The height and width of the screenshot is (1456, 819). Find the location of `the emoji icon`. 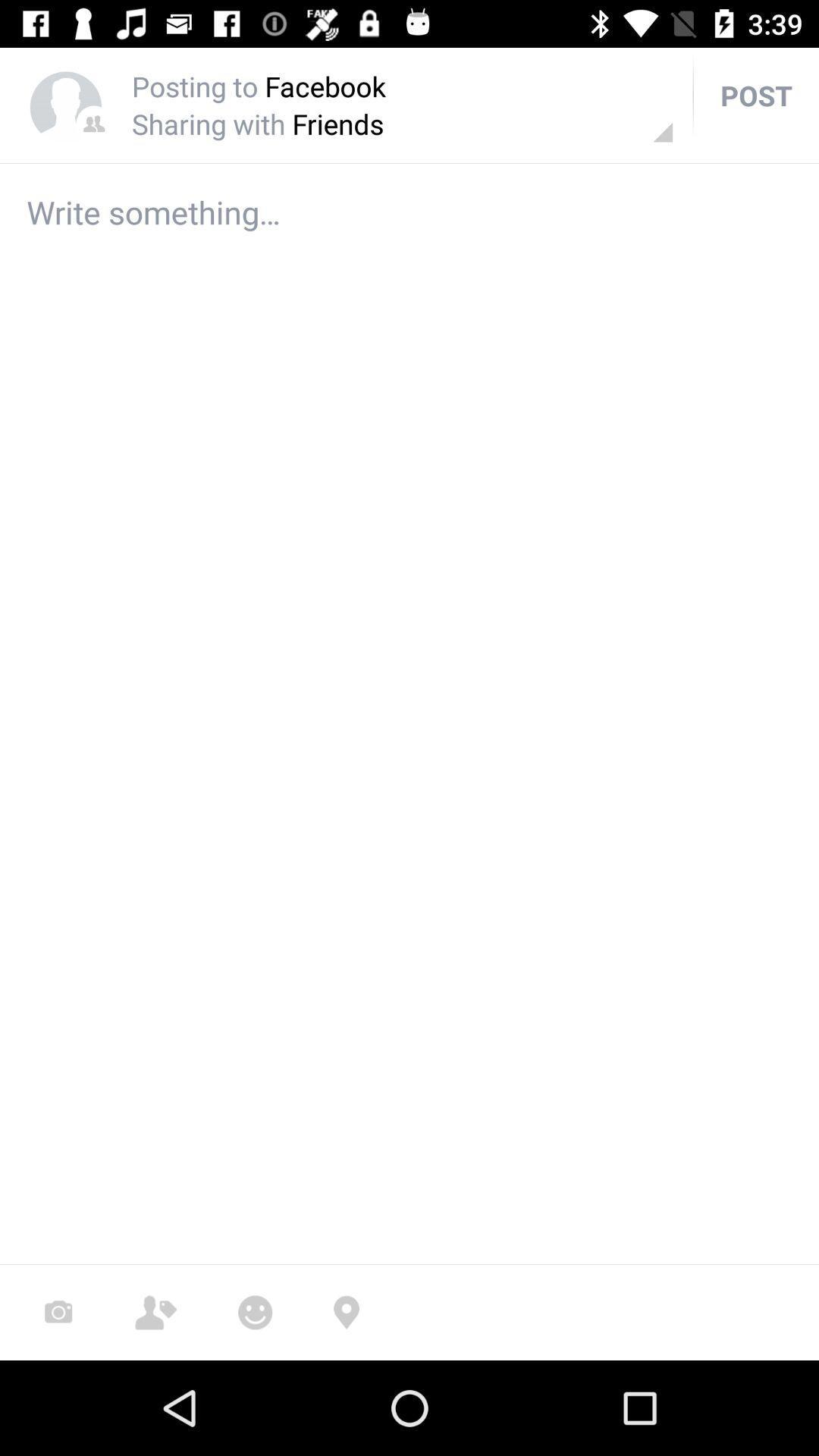

the emoji icon is located at coordinates (254, 1312).